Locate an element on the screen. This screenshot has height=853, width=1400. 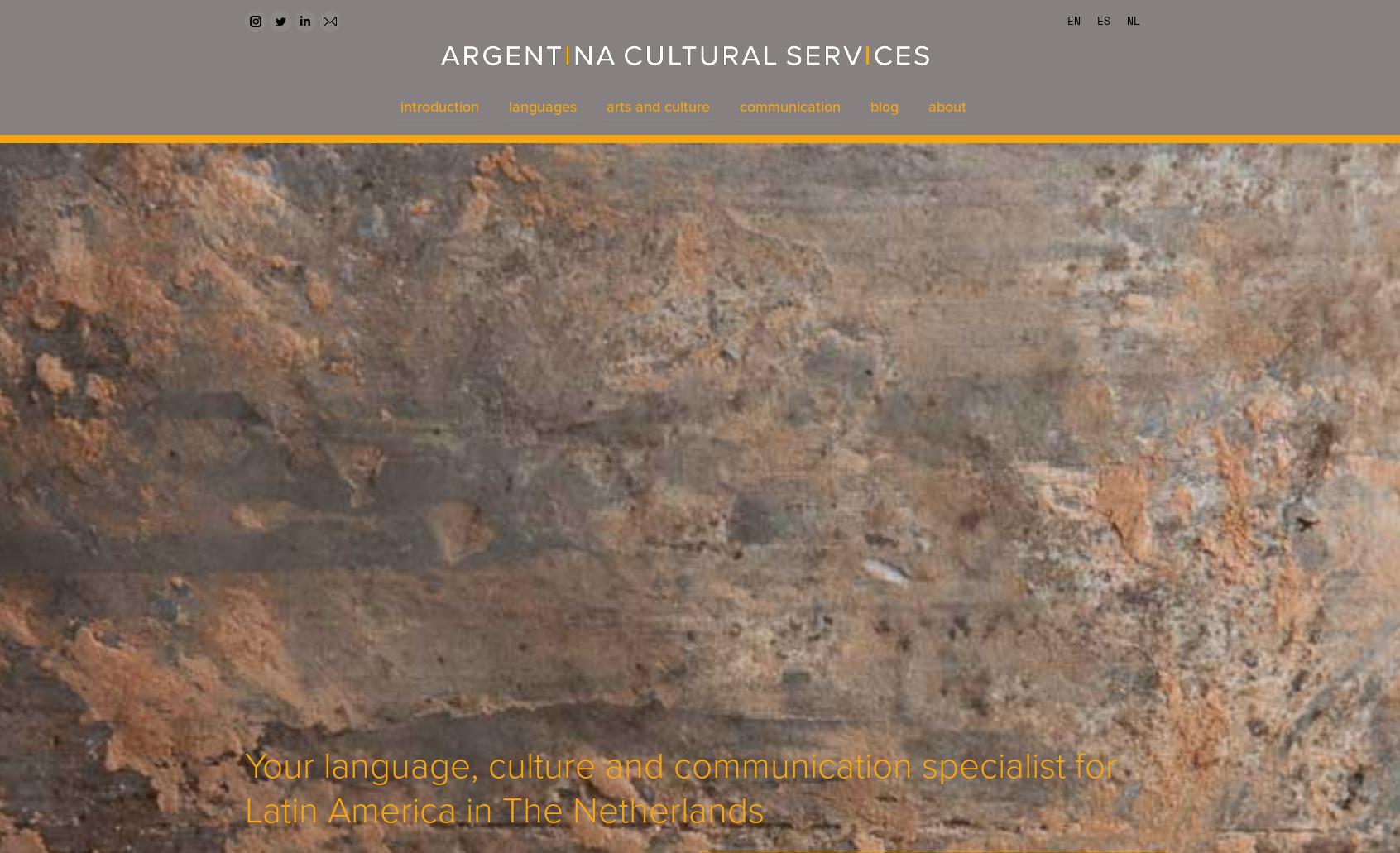
'Your language, culture and communication specialist for Latin America in The Netherlands' is located at coordinates (680, 787).